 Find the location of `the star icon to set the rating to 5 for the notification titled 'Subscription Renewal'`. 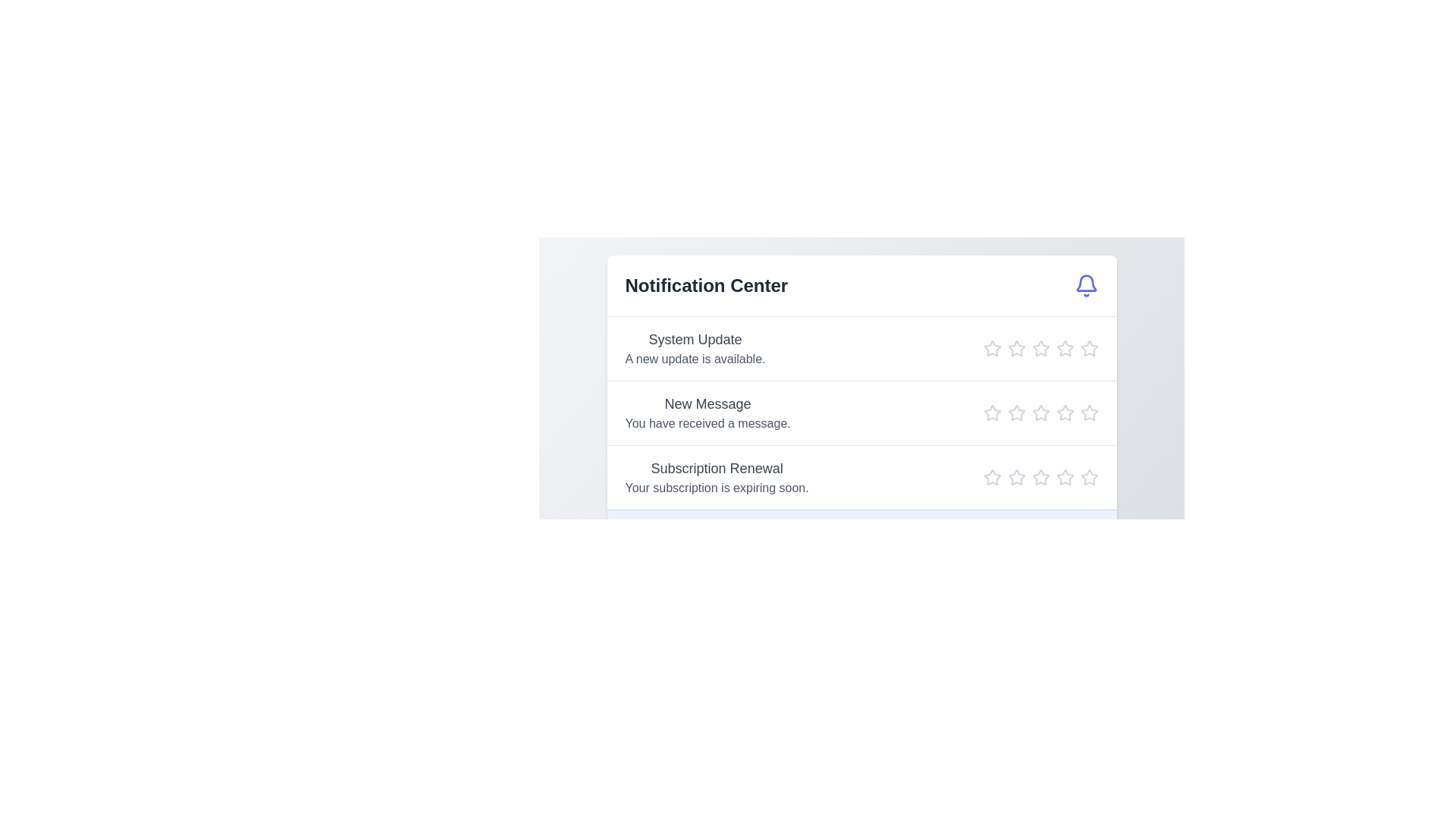

the star icon to set the rating to 5 for the notification titled 'Subscription Renewal' is located at coordinates (1088, 476).